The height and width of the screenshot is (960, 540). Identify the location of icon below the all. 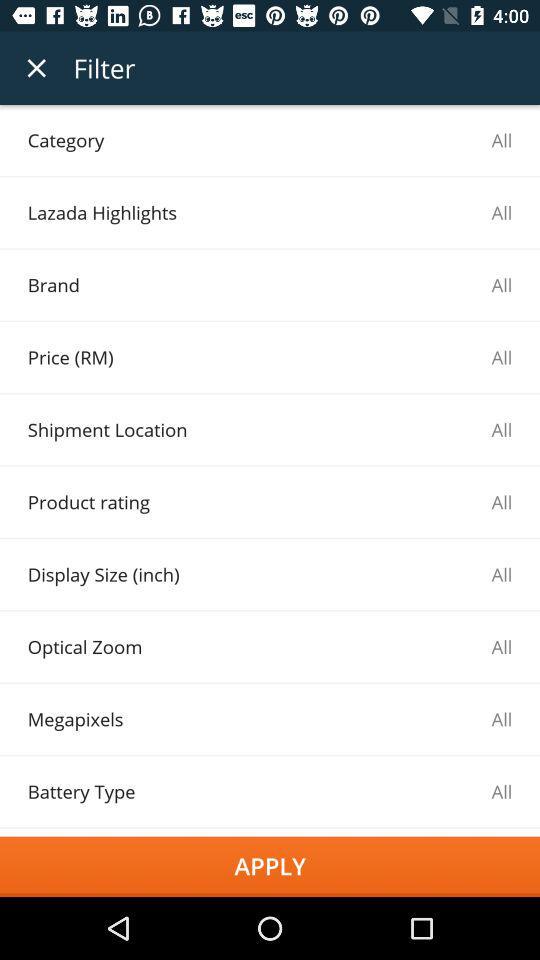
(270, 865).